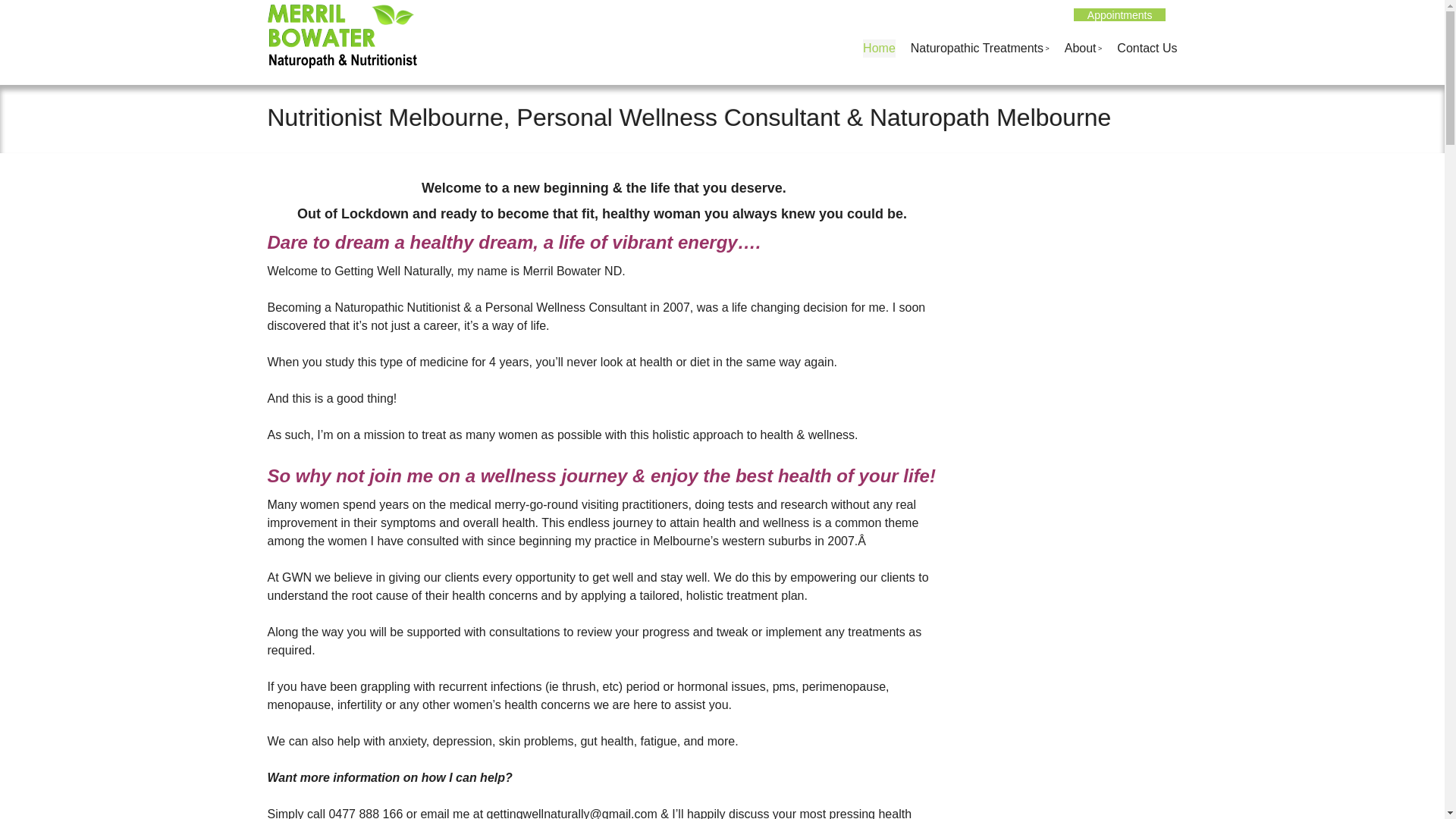 This screenshot has height=819, width=1456. Describe the element at coordinates (1083, 48) in the screenshot. I see `'About'` at that location.